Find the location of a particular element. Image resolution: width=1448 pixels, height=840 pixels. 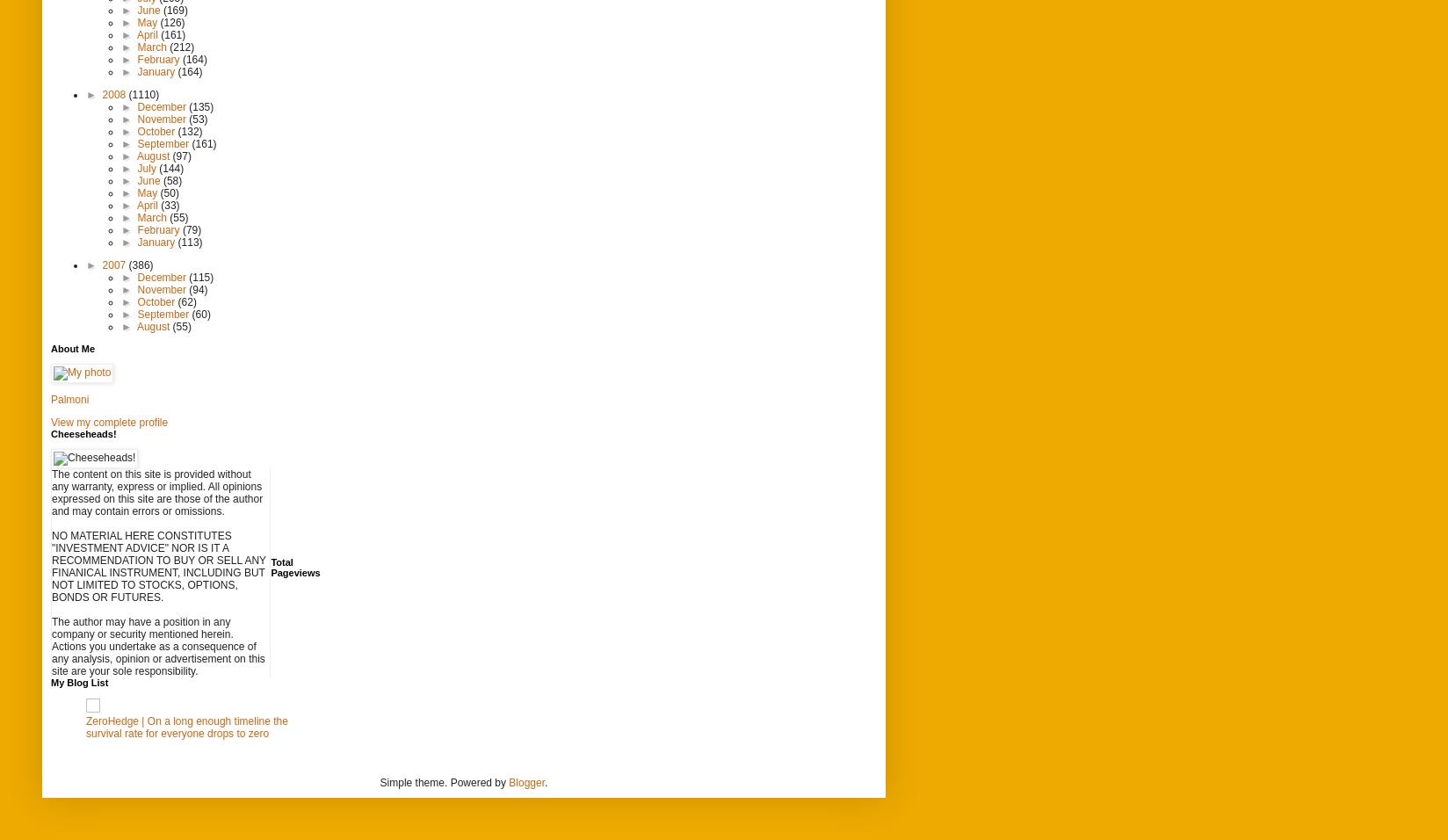

'The content on this site is provided without any warranty, express or implied. All opinions expressed on this site are those of the author and may contain errors or omissions.' is located at coordinates (51, 491).